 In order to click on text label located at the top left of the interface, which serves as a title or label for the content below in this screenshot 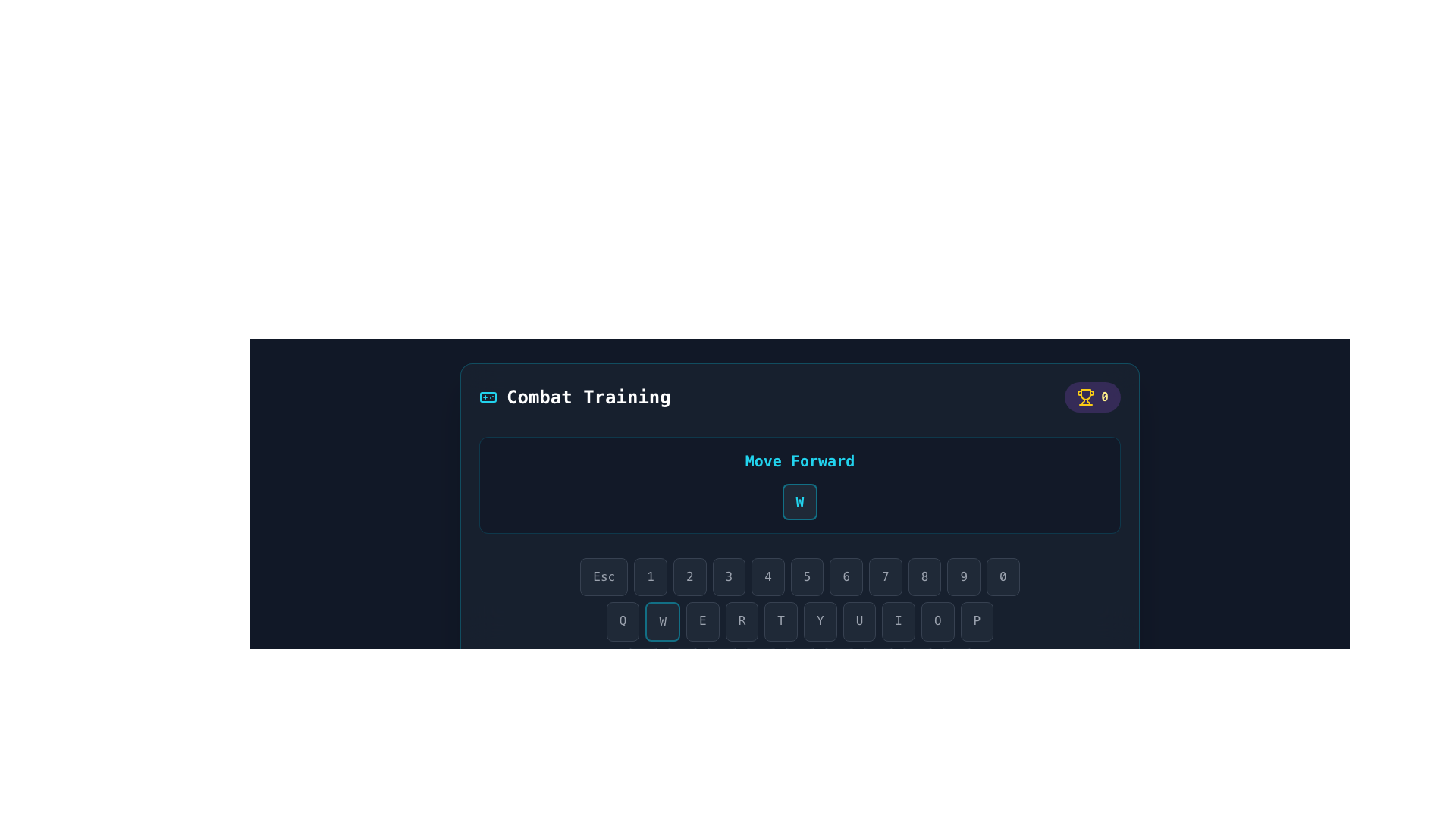, I will do `click(574, 397)`.